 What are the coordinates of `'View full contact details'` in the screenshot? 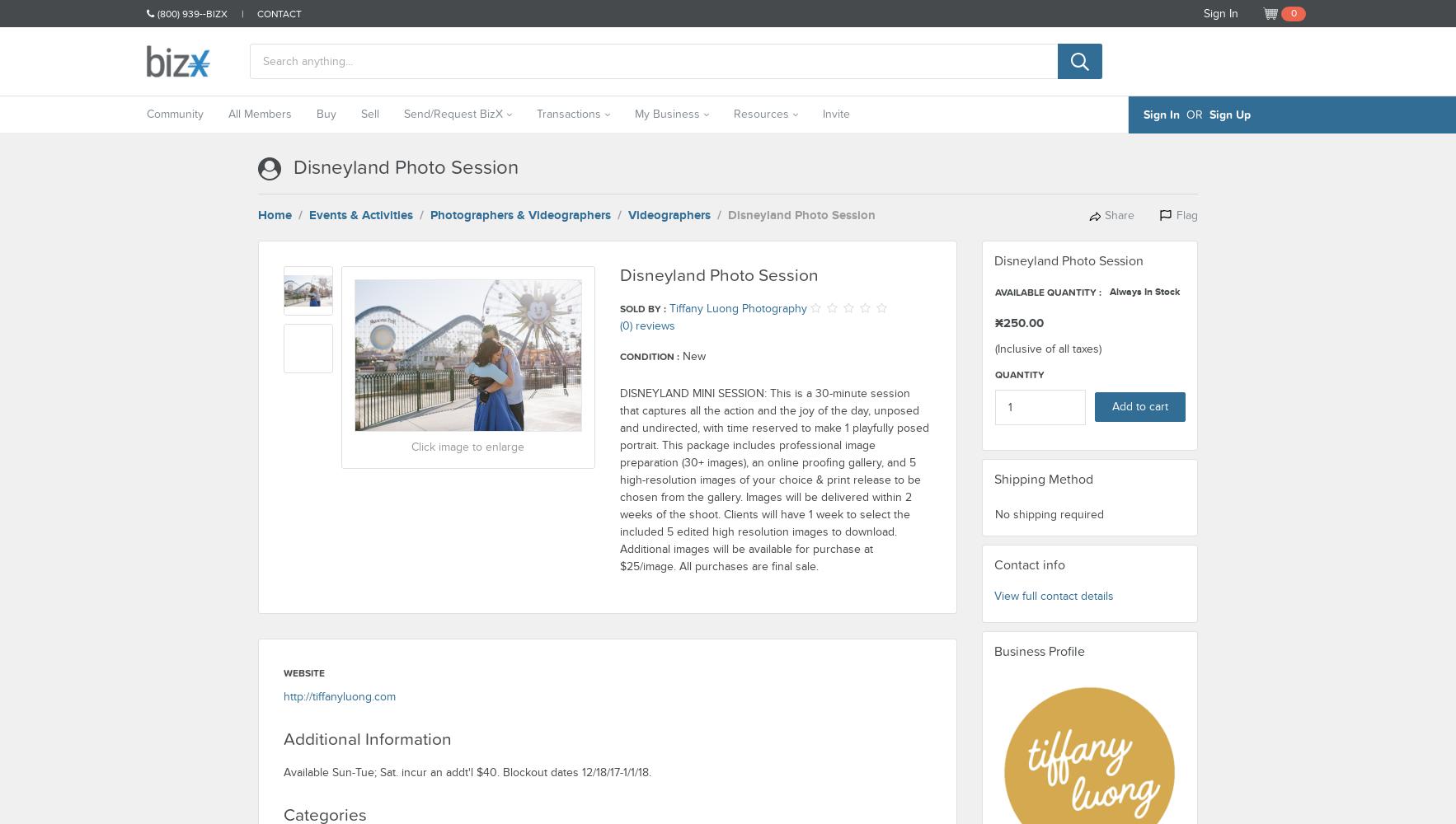 It's located at (992, 594).